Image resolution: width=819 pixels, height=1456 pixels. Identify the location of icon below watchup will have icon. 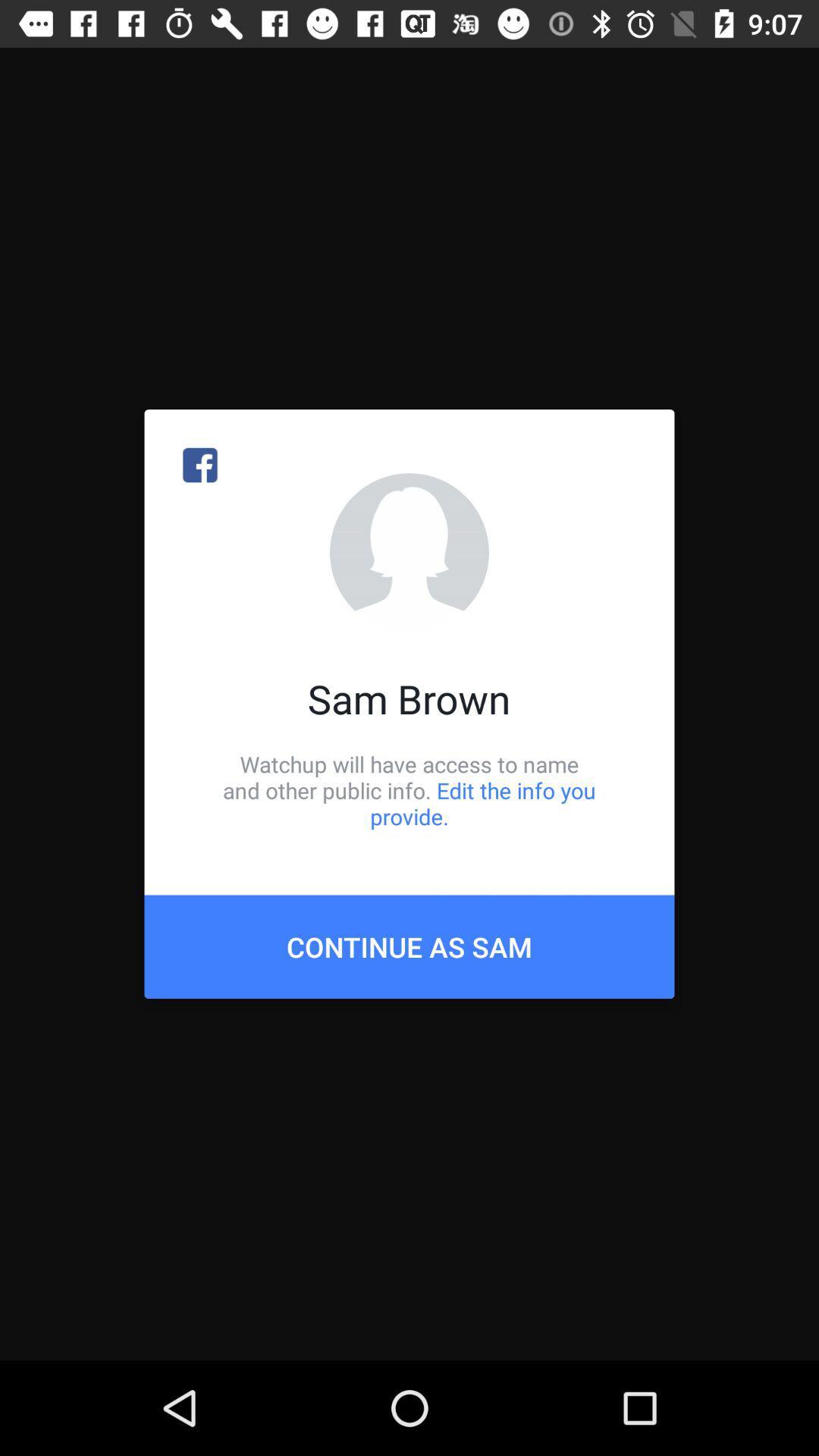
(409, 946).